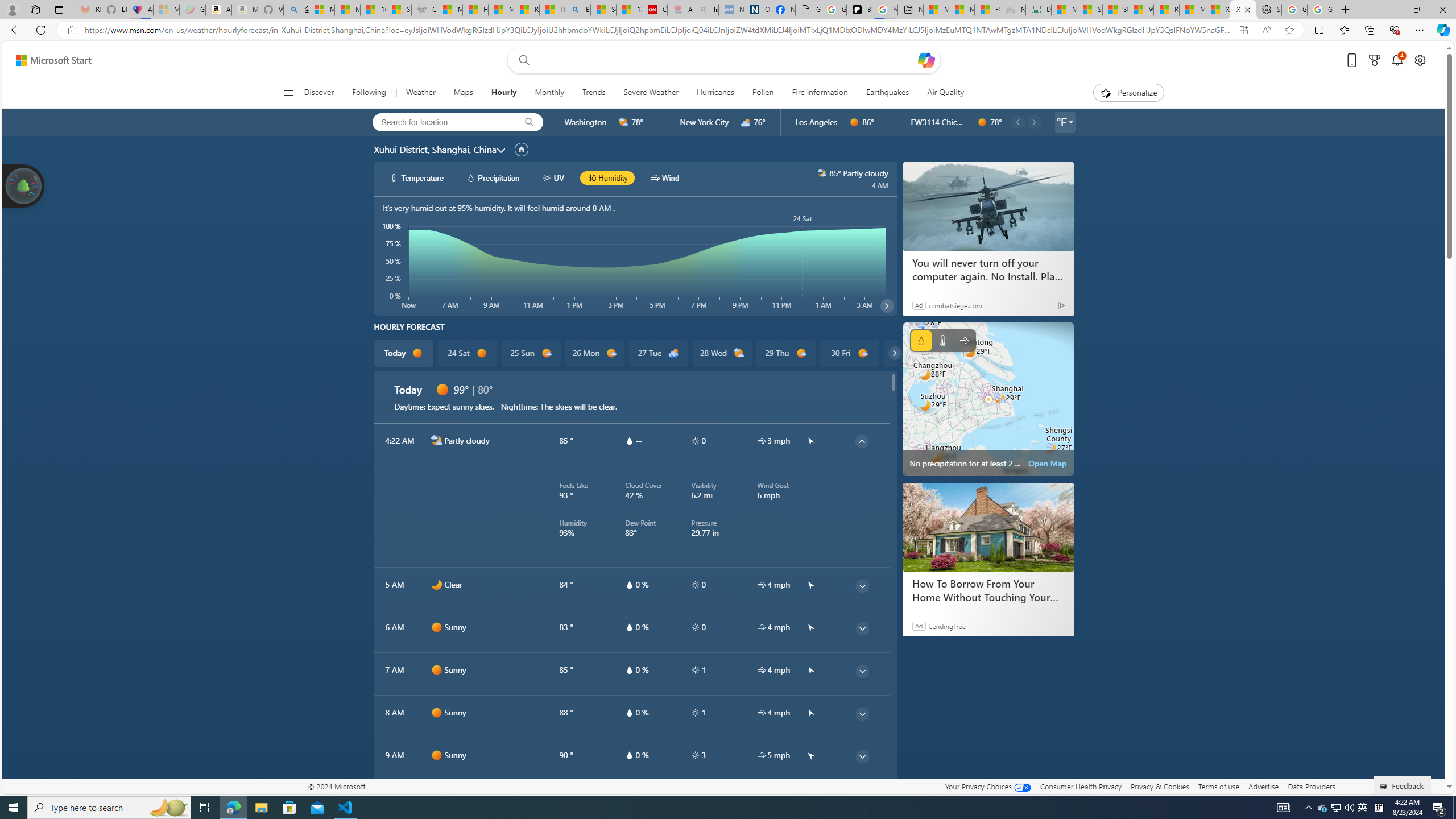 The image size is (1456, 819). What do you see at coordinates (987, 786) in the screenshot?
I see `'Your Privacy Choices'` at bounding box center [987, 786].